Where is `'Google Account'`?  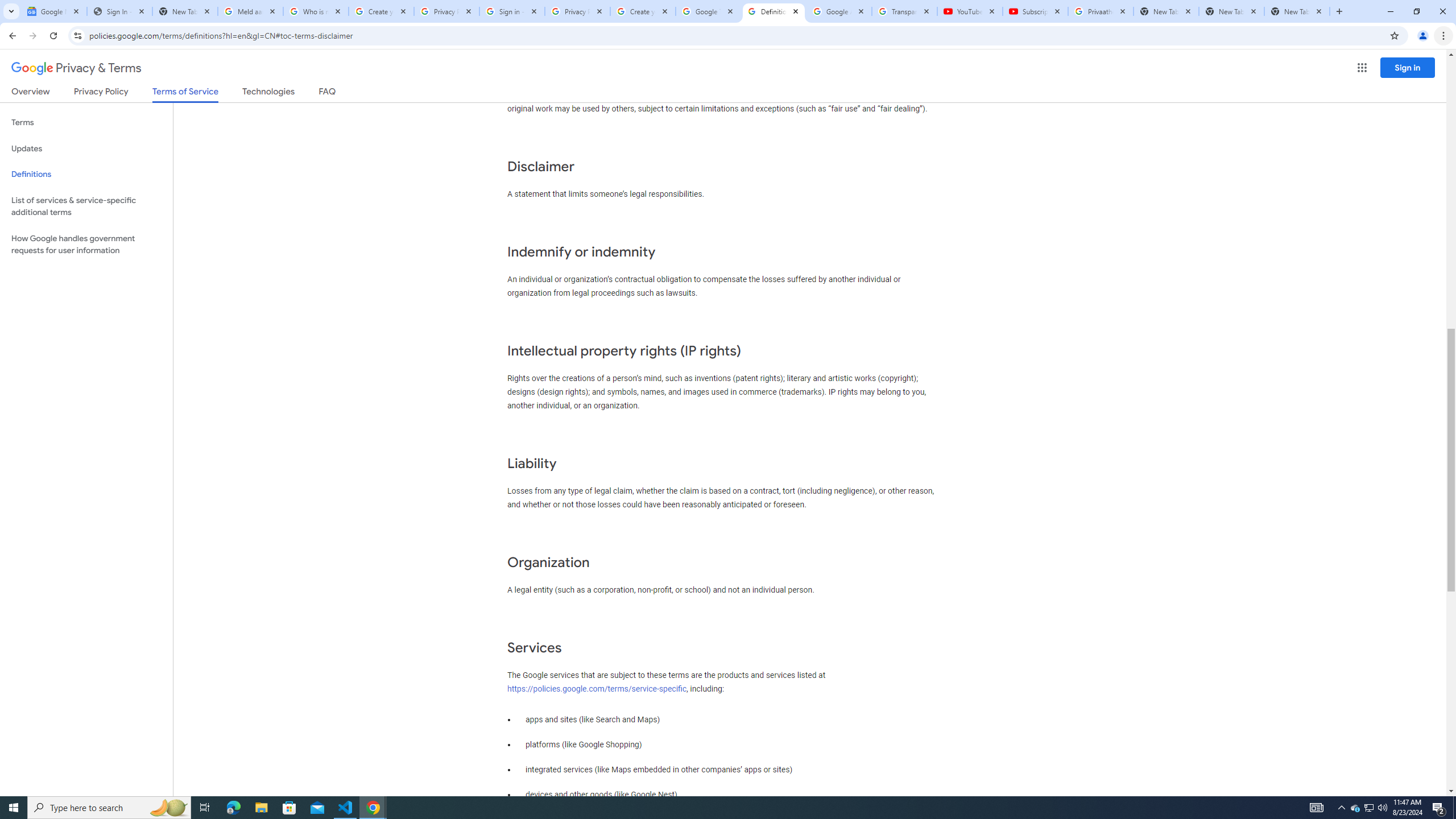 'Google Account' is located at coordinates (838, 11).